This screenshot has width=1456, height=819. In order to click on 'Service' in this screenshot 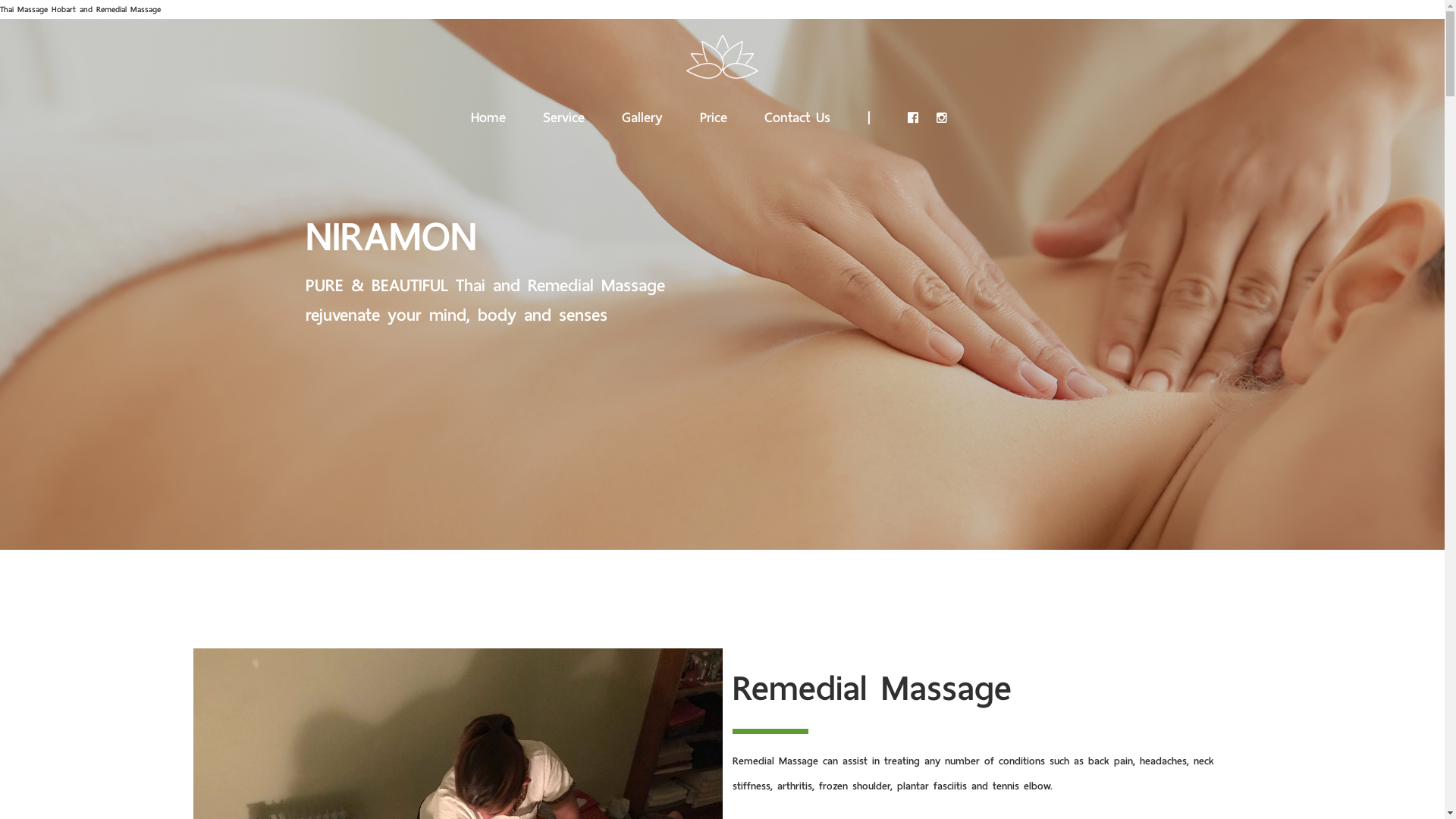, I will do `click(563, 113)`.